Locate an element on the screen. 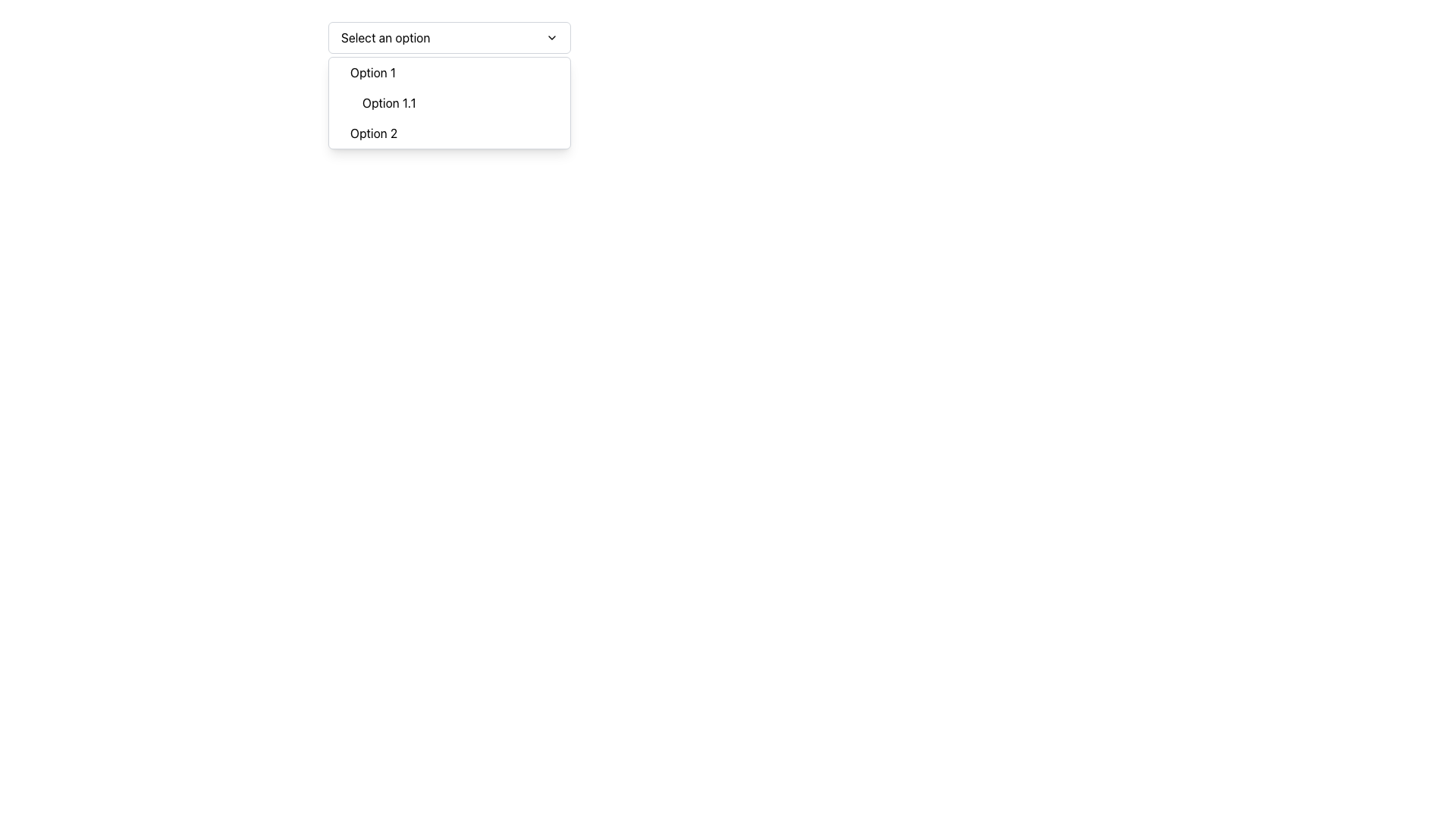 This screenshot has height=819, width=1456. the downward-facing chevron icon next to the 'Select an option' text field is located at coordinates (551, 37).